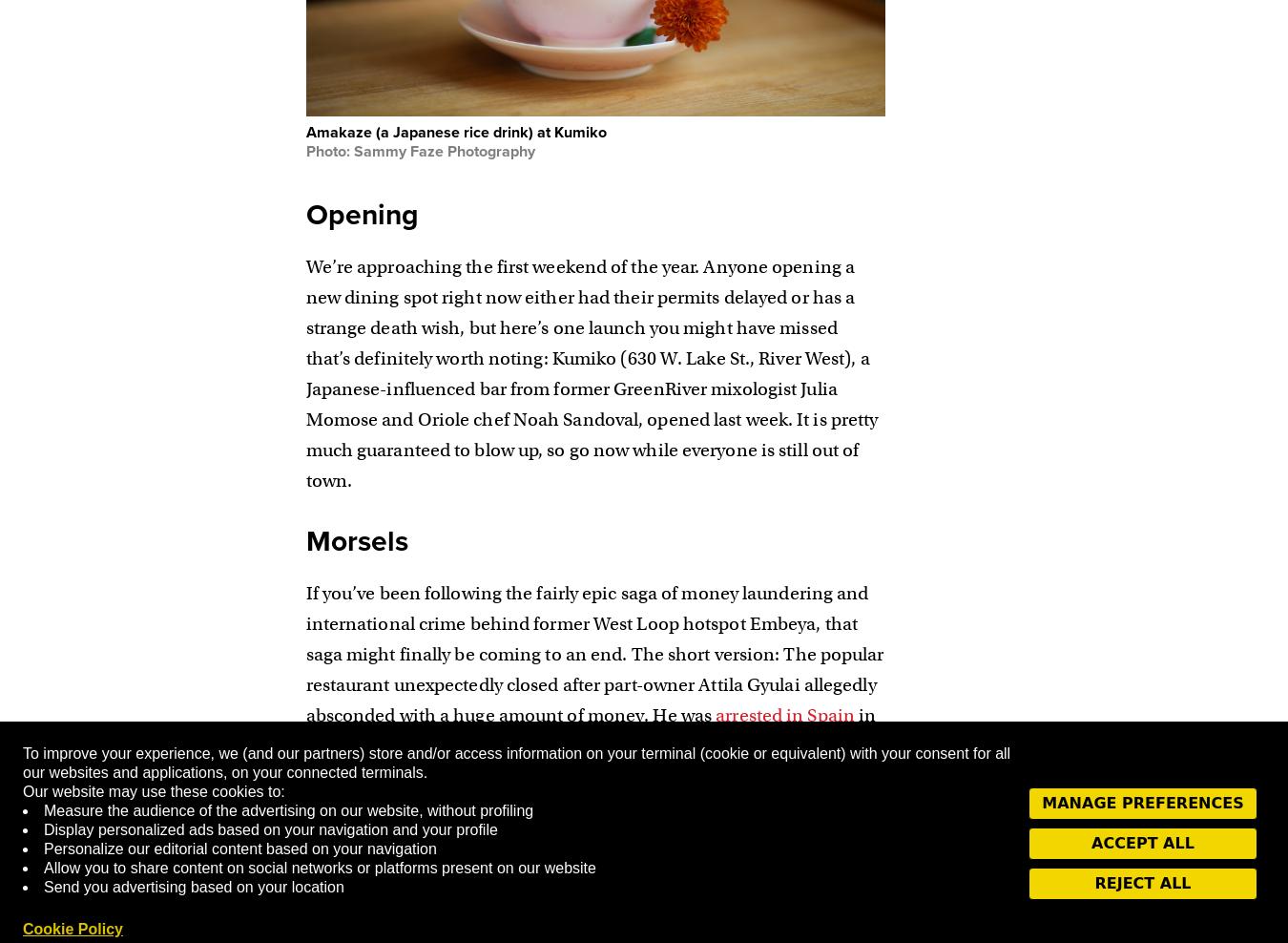 The height and width of the screenshot is (943, 1288). Describe the element at coordinates (303, 654) in the screenshot. I see `'If you’ve been following the fairly epic saga of money laundering and international crime behind former West Loop hotspot Embeya, that saga might finally be coming to an end. The short version: The popular restaurant unexpectedly closed after part-owner Attila Gyulai allegedly absconded with a huge amount of money. He was'` at that location.